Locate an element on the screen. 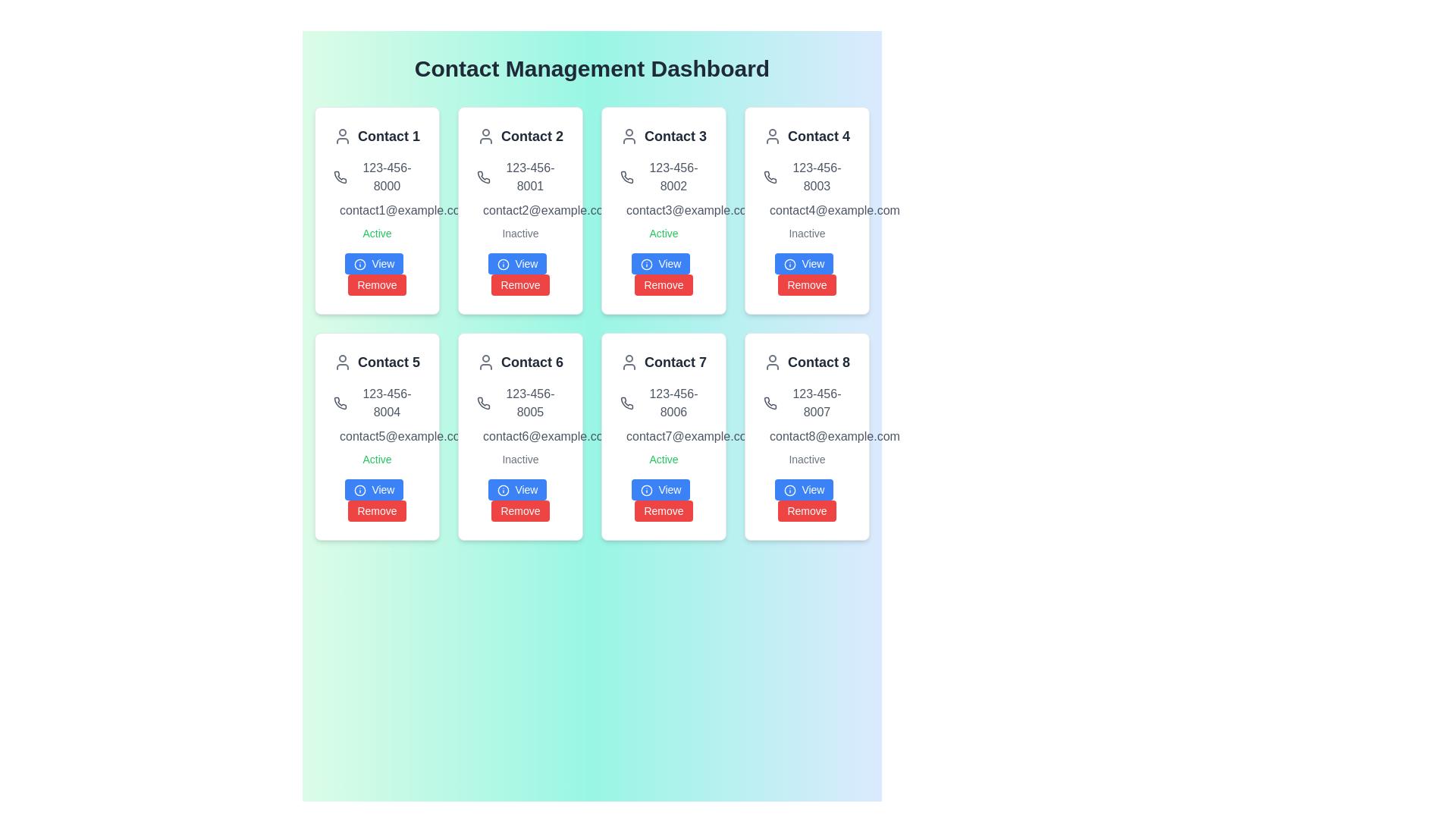 This screenshot has height=819, width=1456. the red 'Remove' button with white text located below the 'View' button in the 'Contact 3' card is located at coordinates (663, 284).